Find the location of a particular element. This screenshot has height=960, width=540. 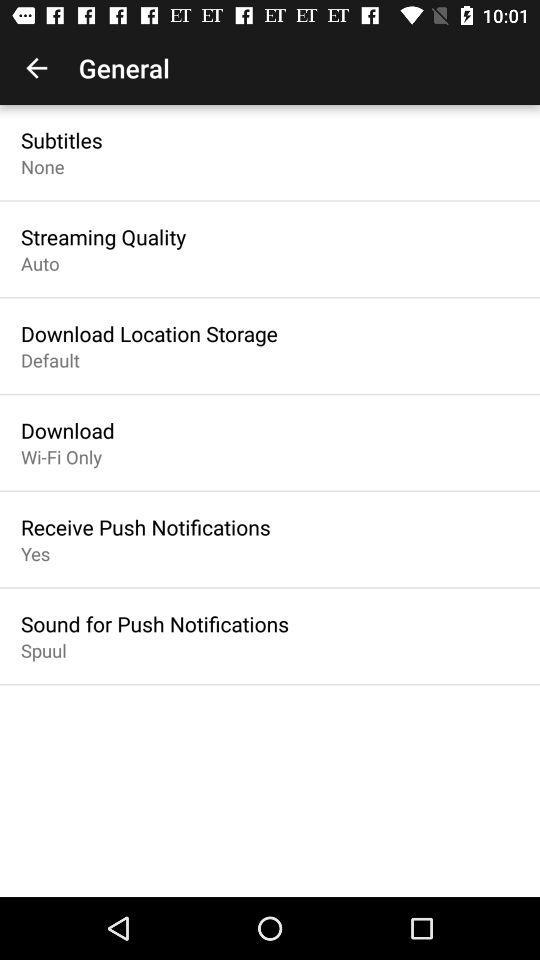

the yes is located at coordinates (35, 553).